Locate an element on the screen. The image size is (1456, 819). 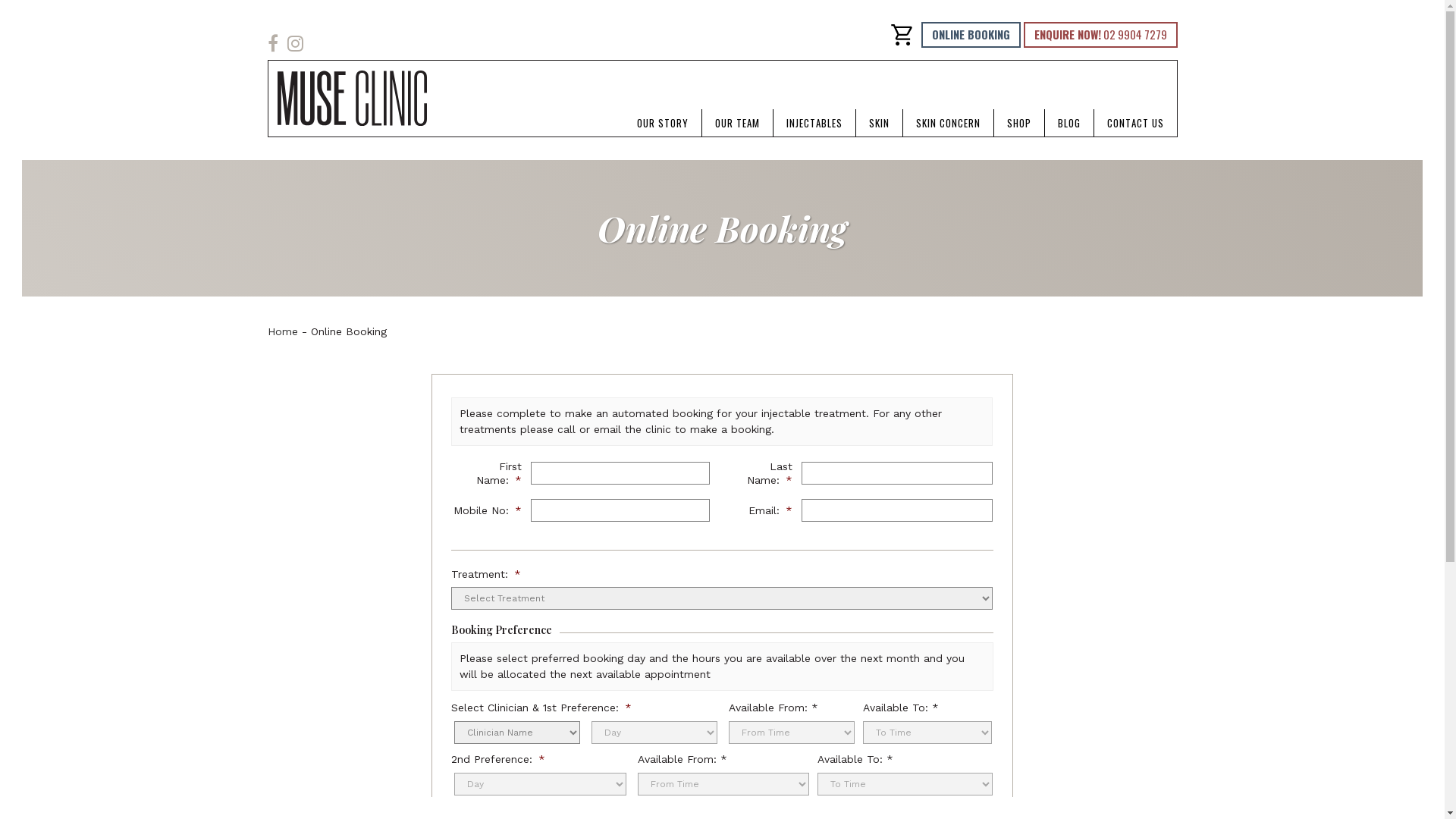
'SKIN' is located at coordinates (878, 122).